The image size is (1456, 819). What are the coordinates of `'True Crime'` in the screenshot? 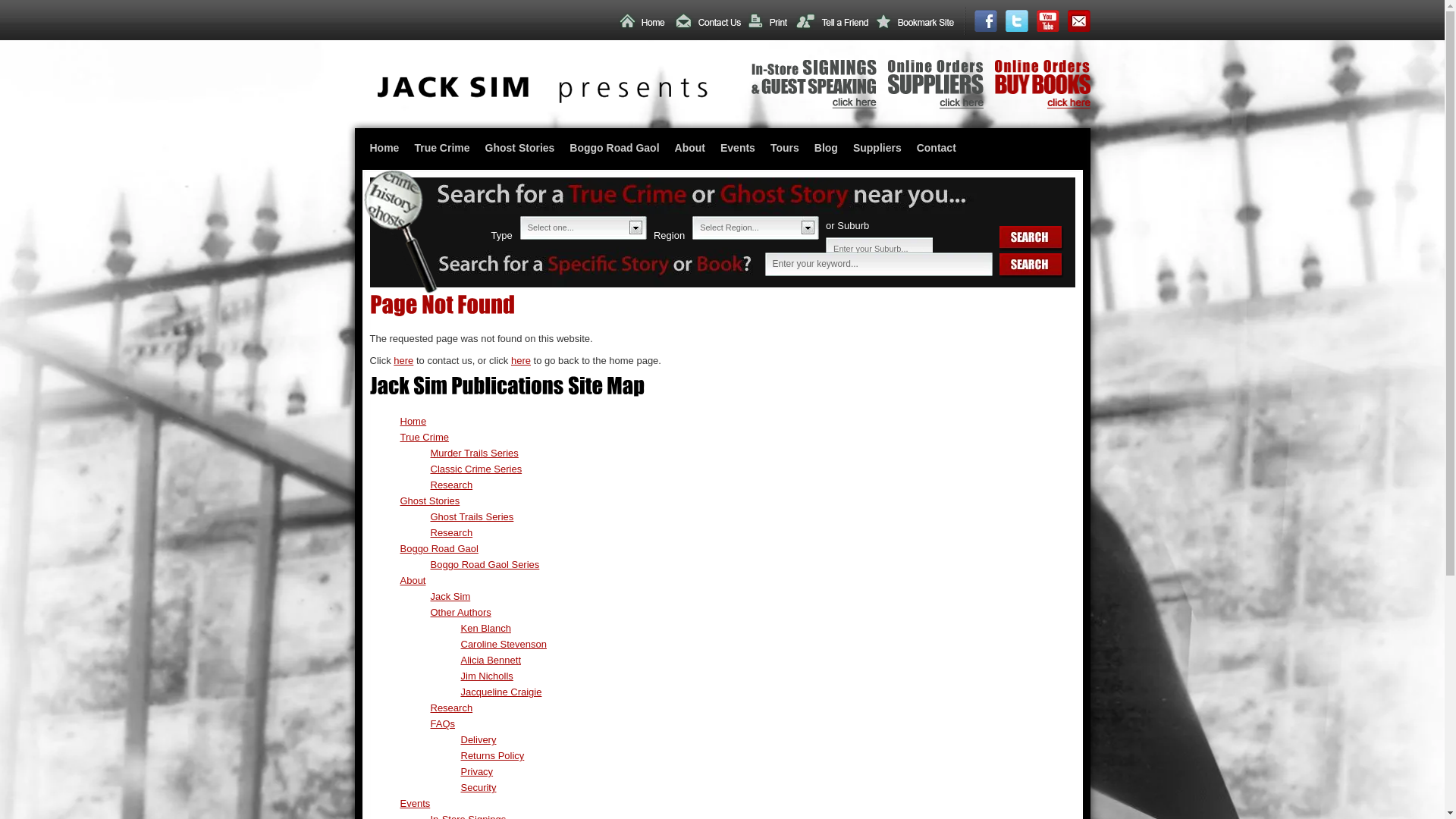 It's located at (425, 437).